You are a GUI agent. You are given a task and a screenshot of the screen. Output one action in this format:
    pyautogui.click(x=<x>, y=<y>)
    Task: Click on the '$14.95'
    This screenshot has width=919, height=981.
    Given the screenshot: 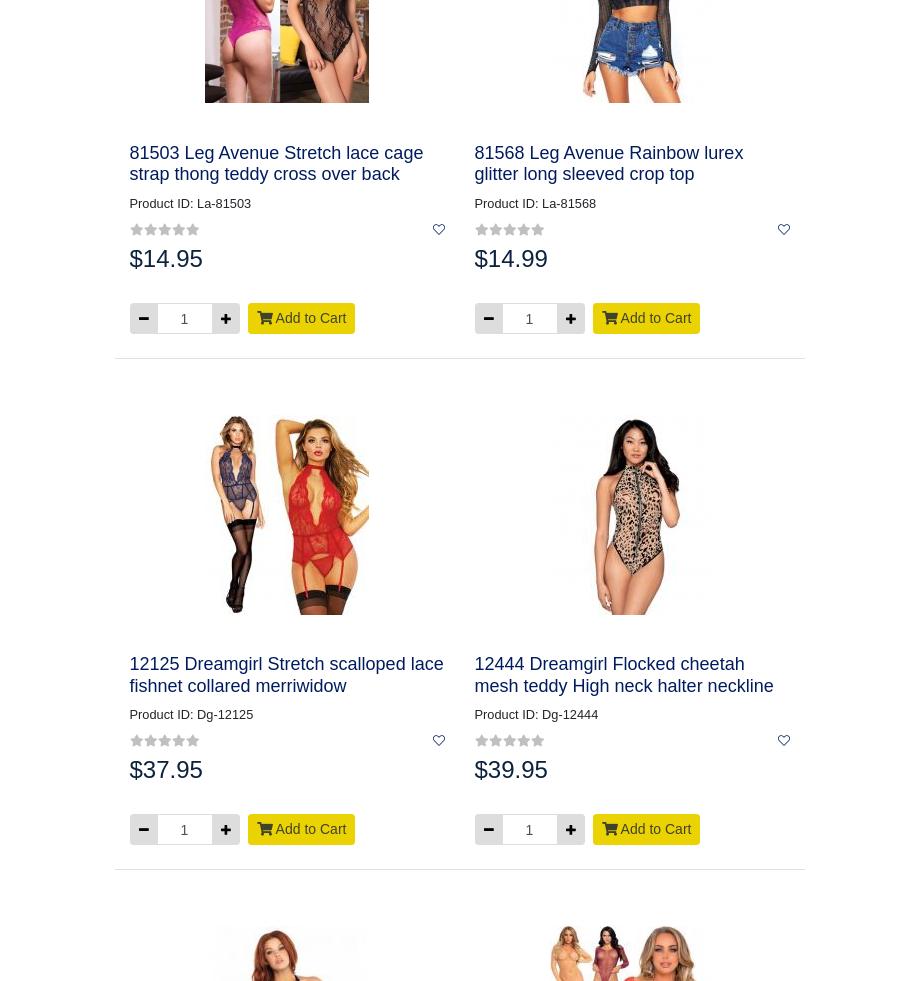 What is the action you would take?
    pyautogui.click(x=164, y=257)
    